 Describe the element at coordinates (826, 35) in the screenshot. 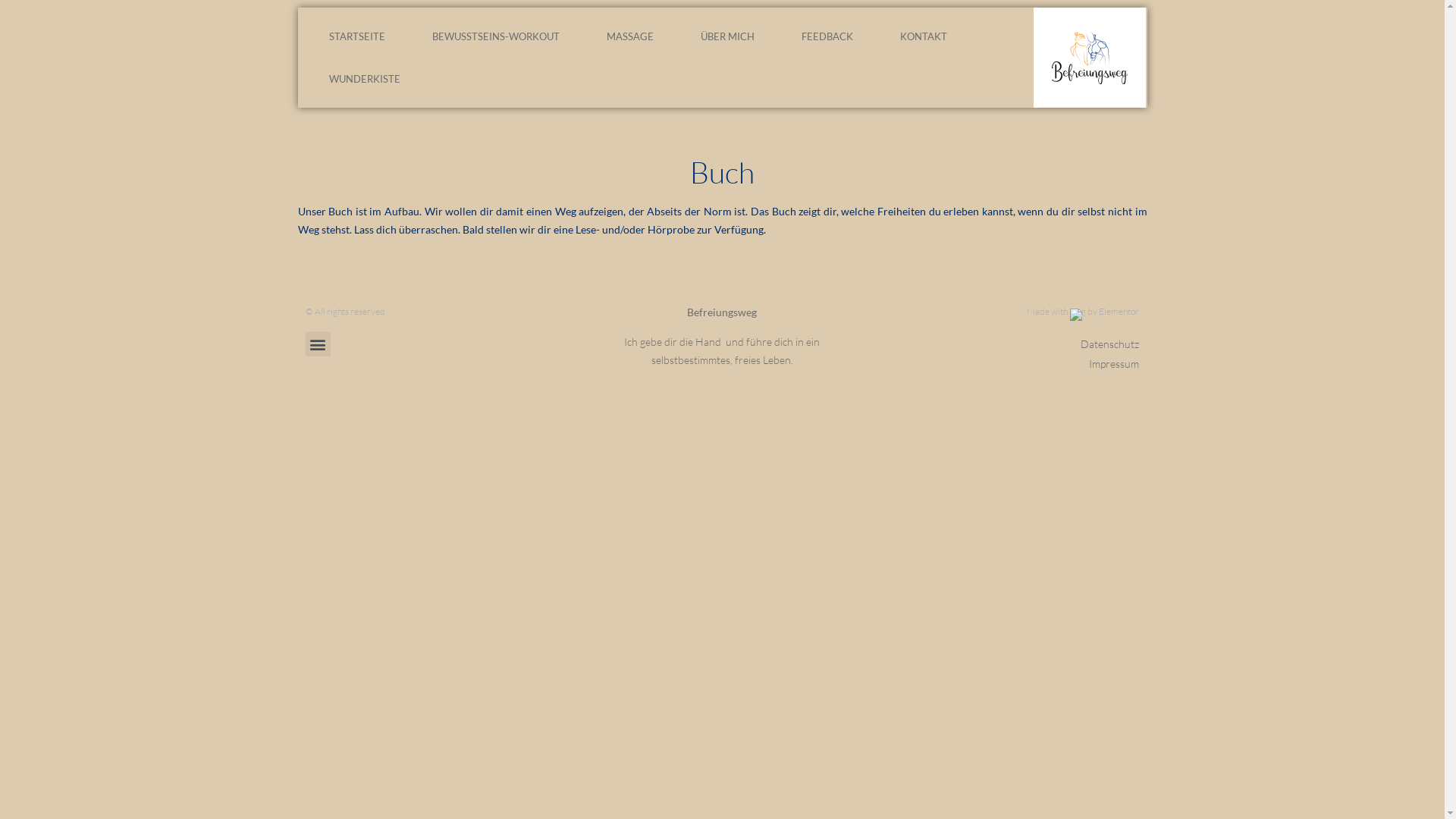

I see `'FEEDBACK'` at that location.